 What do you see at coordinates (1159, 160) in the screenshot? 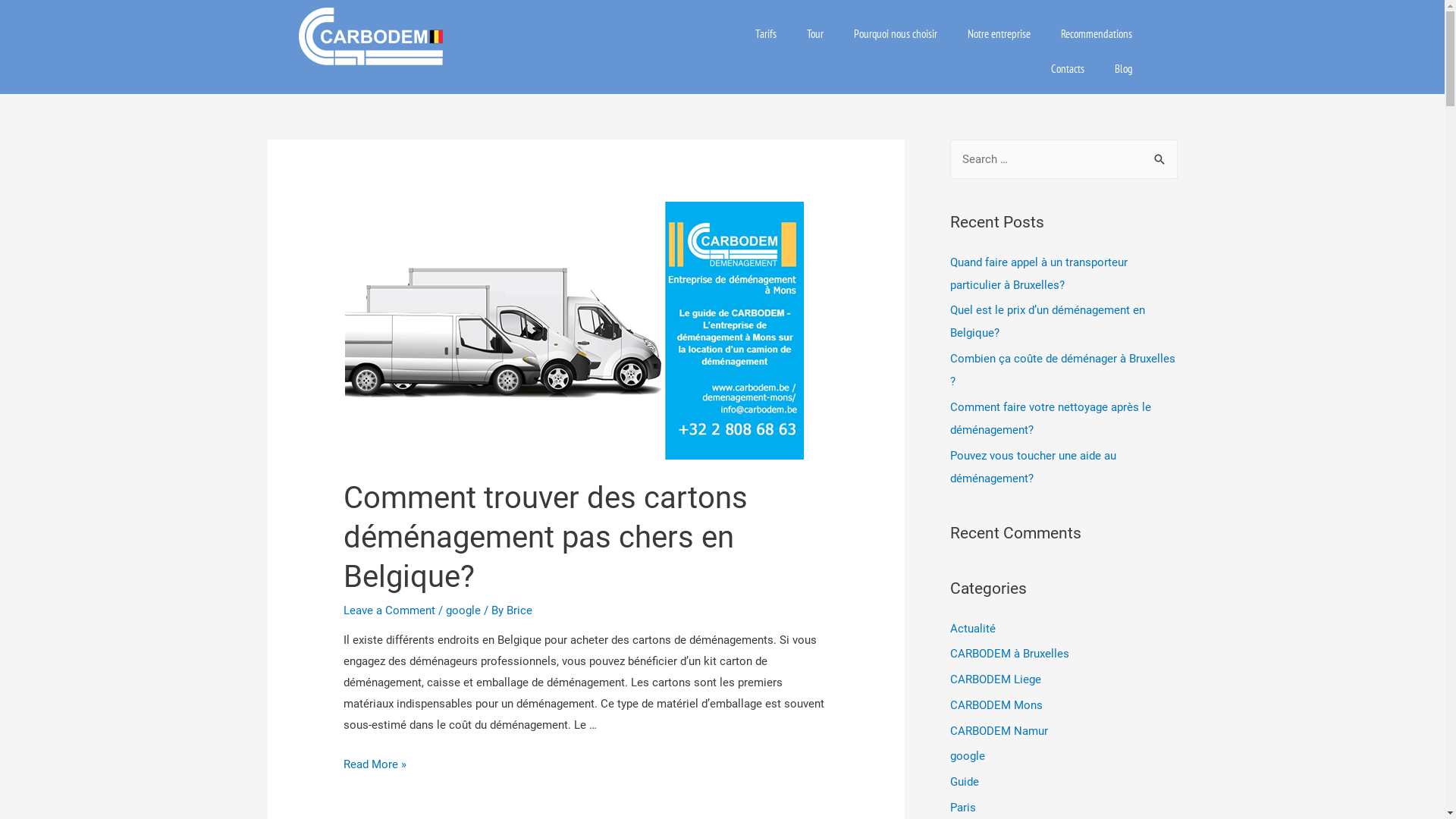
I see `'Search'` at bounding box center [1159, 160].